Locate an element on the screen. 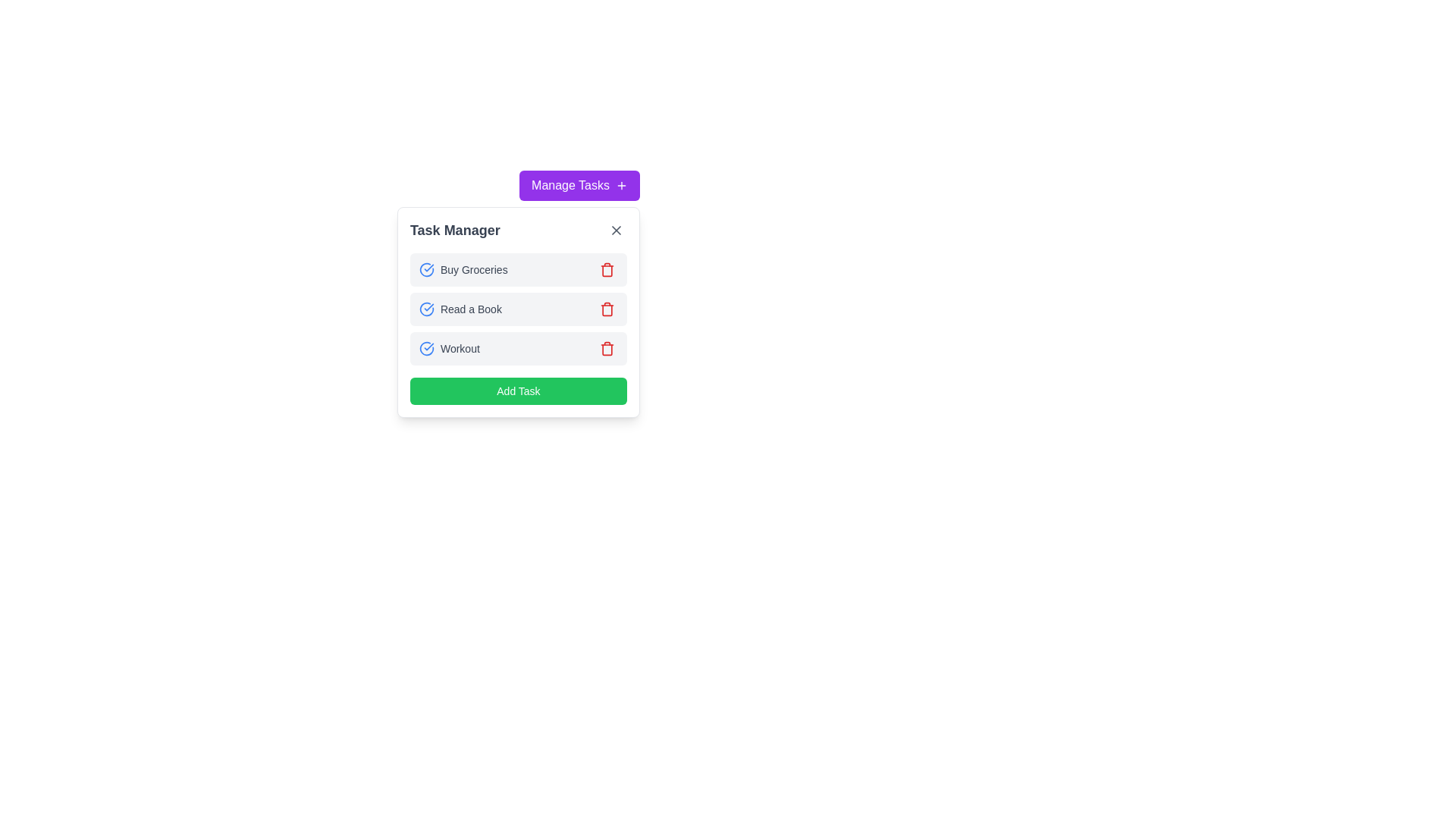  the status icon for the task 'Read a Book' in the Task Manager to interact or toggle its state is located at coordinates (425, 309).